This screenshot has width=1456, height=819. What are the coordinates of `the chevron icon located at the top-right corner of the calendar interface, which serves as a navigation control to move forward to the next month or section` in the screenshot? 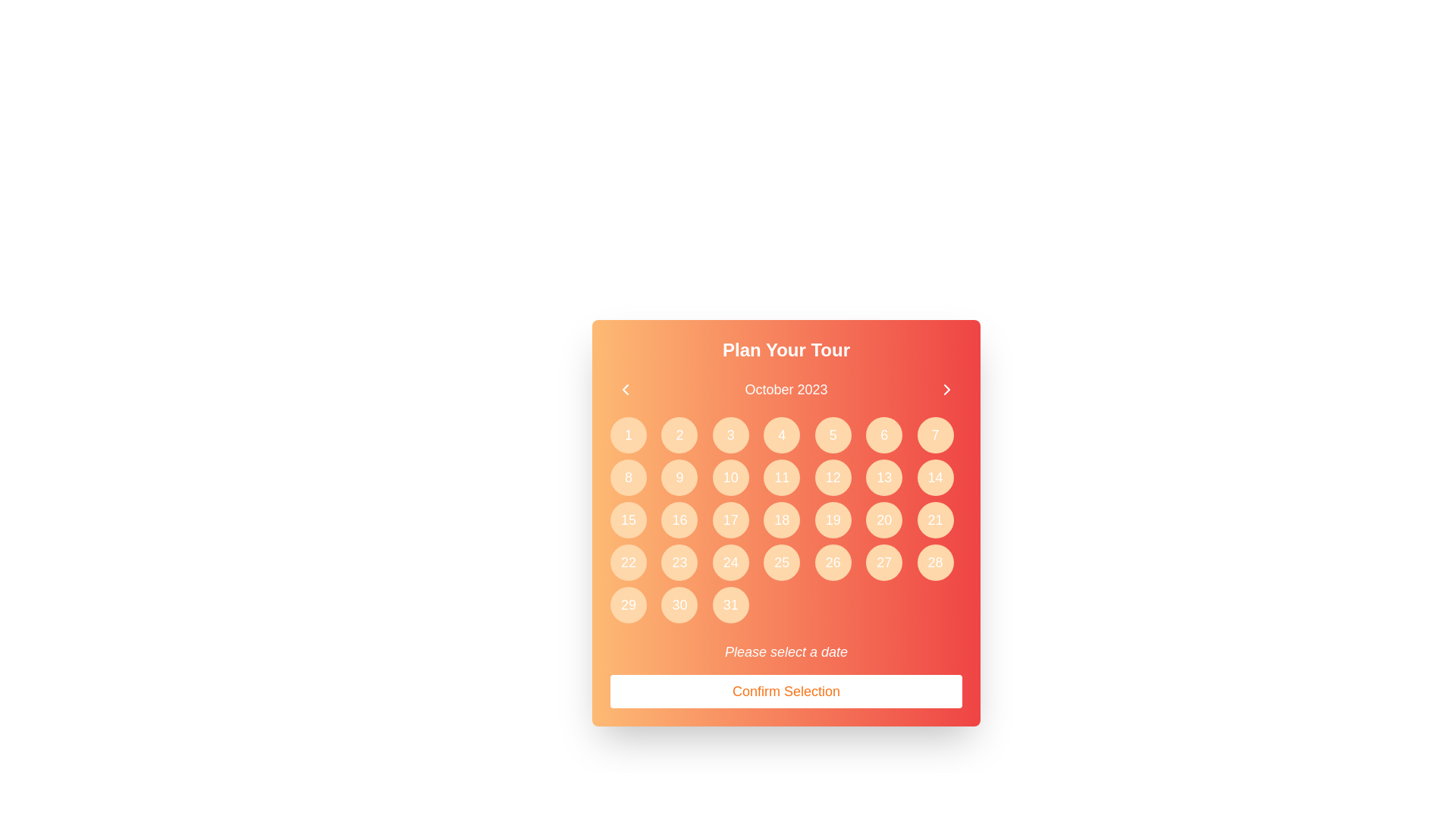 It's located at (946, 388).